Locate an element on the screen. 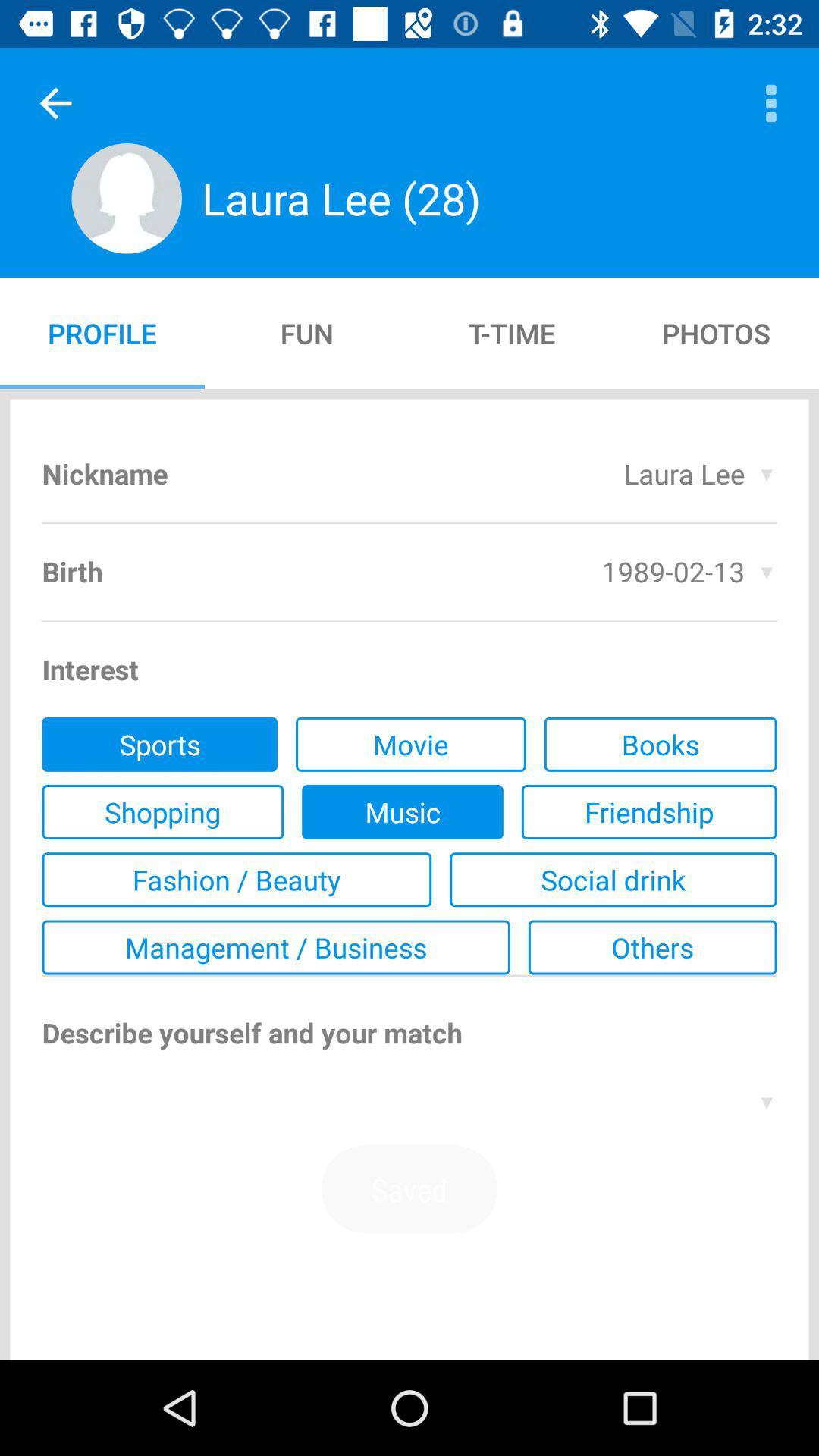  the item to the right of management / business icon is located at coordinates (651, 946).